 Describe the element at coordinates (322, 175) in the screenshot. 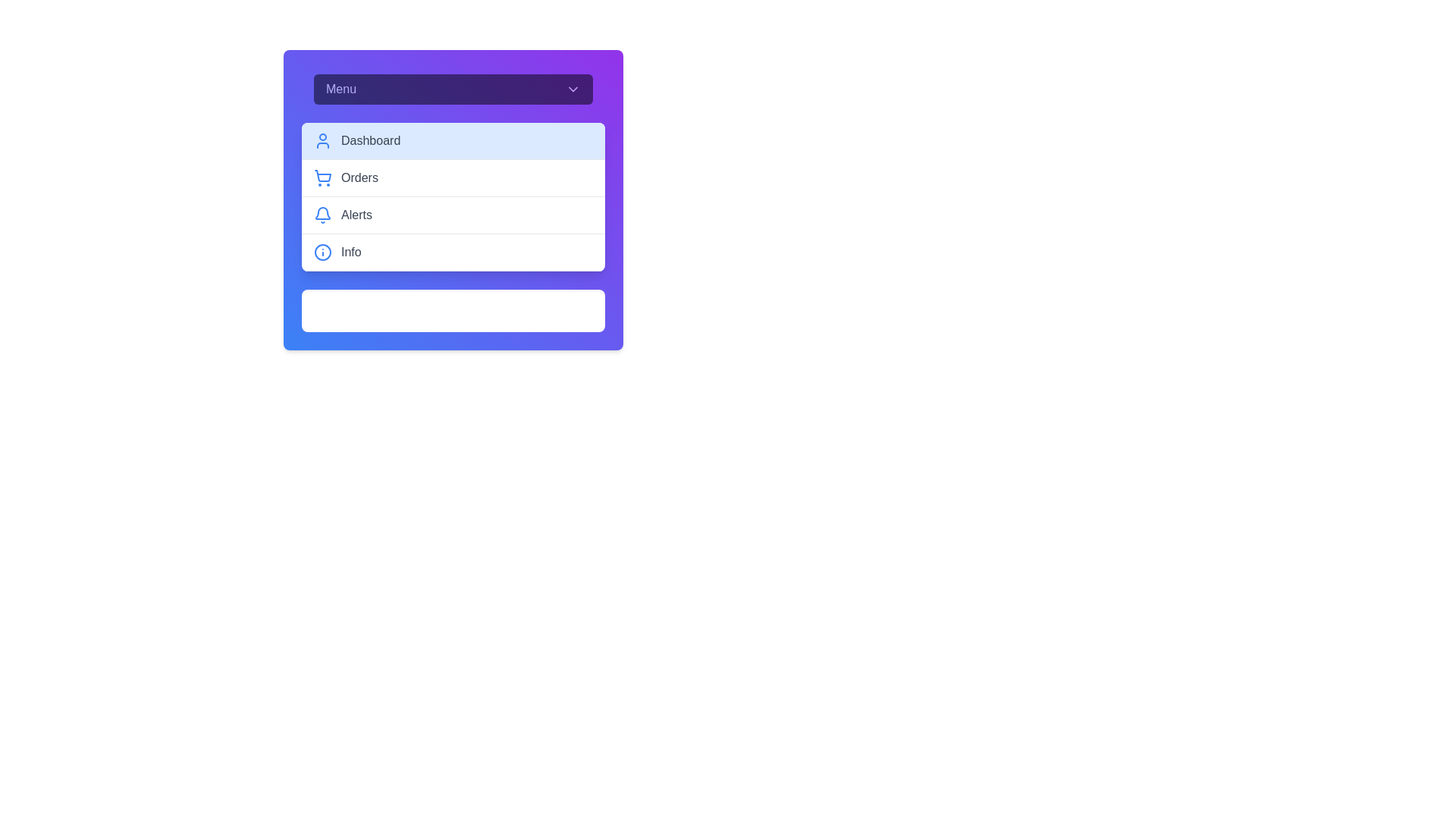

I see `the shopping cart icon in the vertical menu, which represents the 'Orders' feature` at that location.